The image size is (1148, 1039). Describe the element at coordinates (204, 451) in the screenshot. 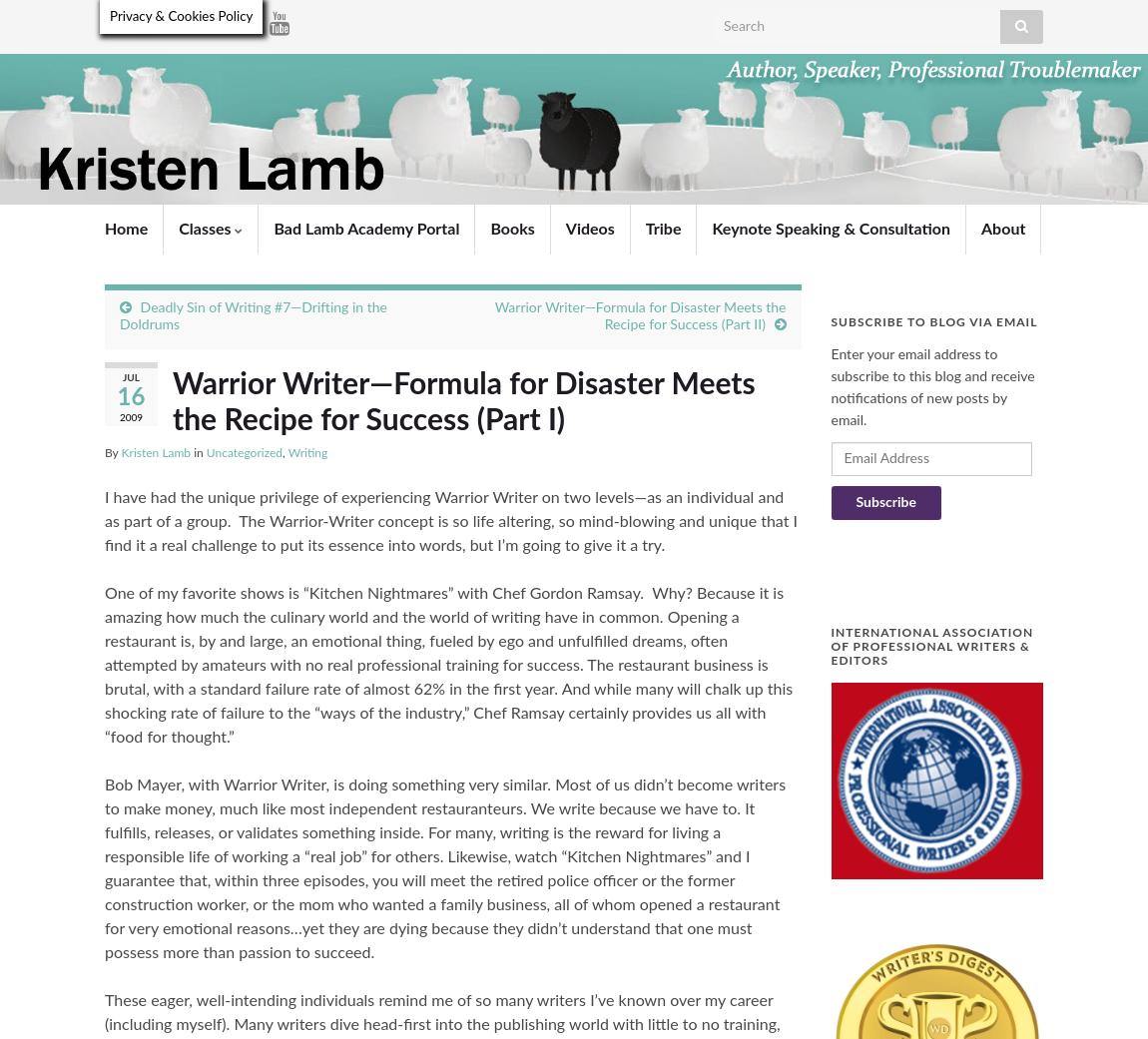

I see `'Uncategorized'` at that location.